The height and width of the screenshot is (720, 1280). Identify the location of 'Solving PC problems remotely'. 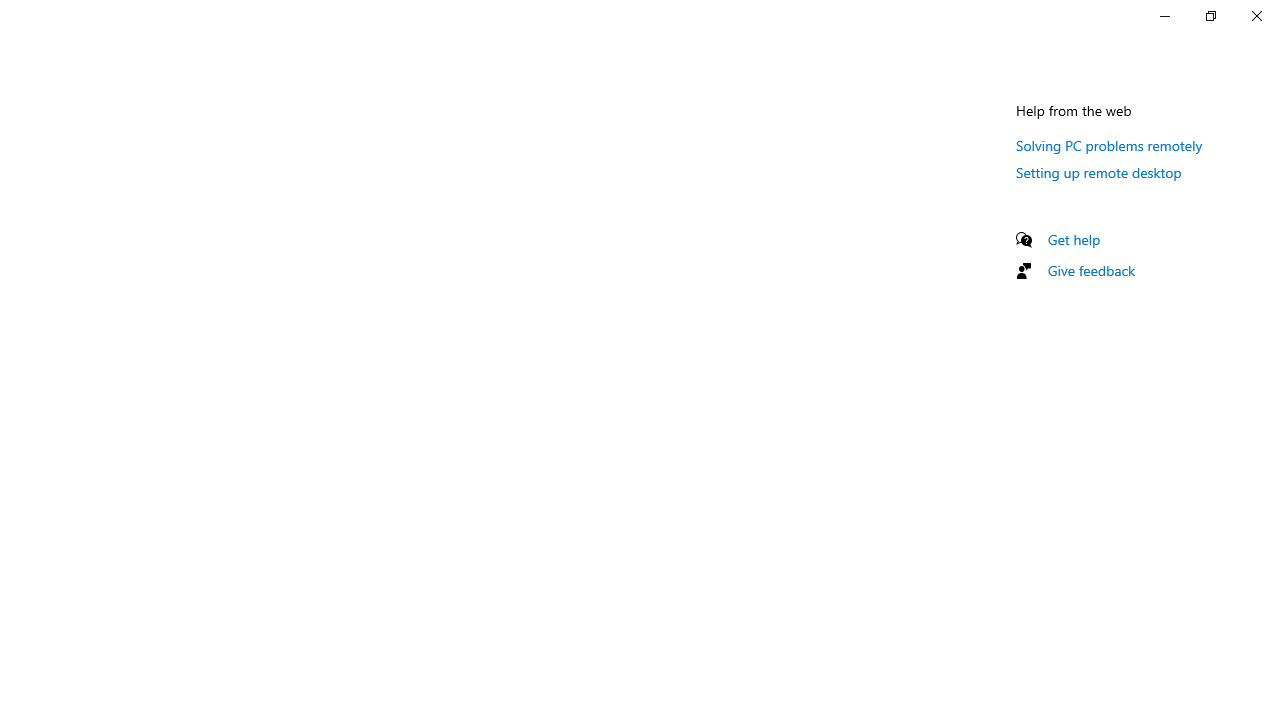
(1108, 144).